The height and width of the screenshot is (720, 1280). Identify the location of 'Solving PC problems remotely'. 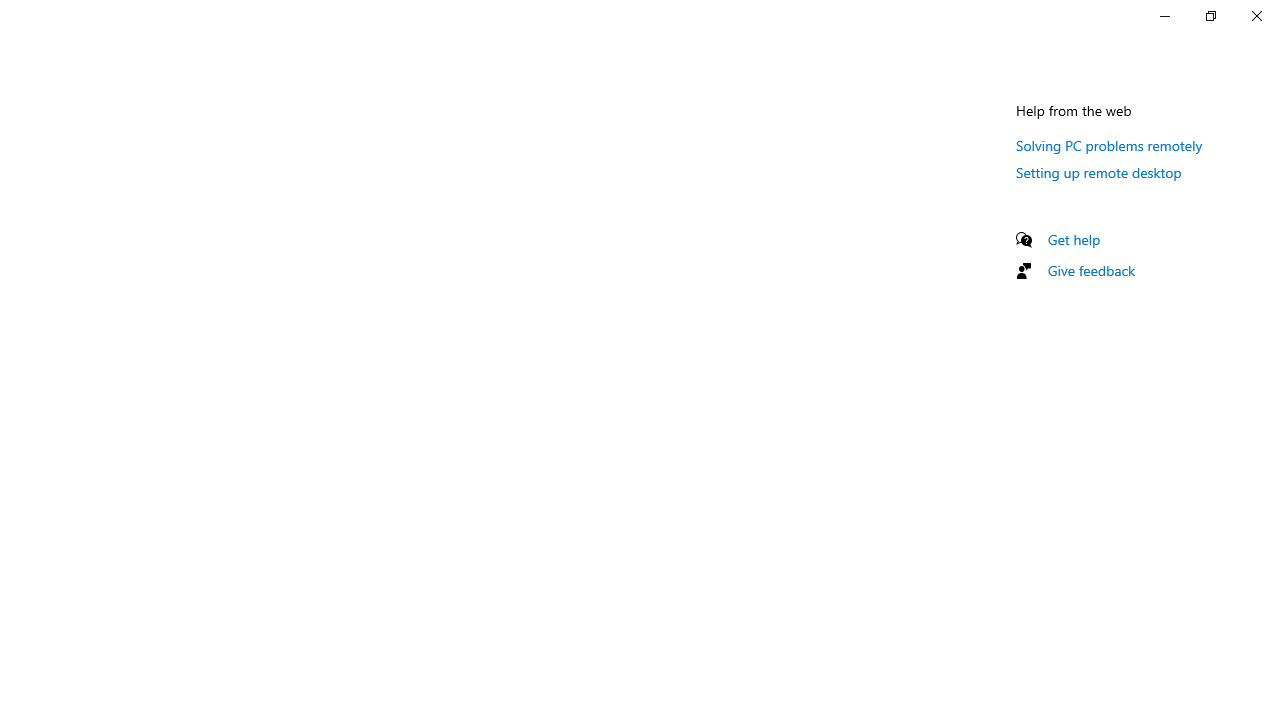
(1108, 144).